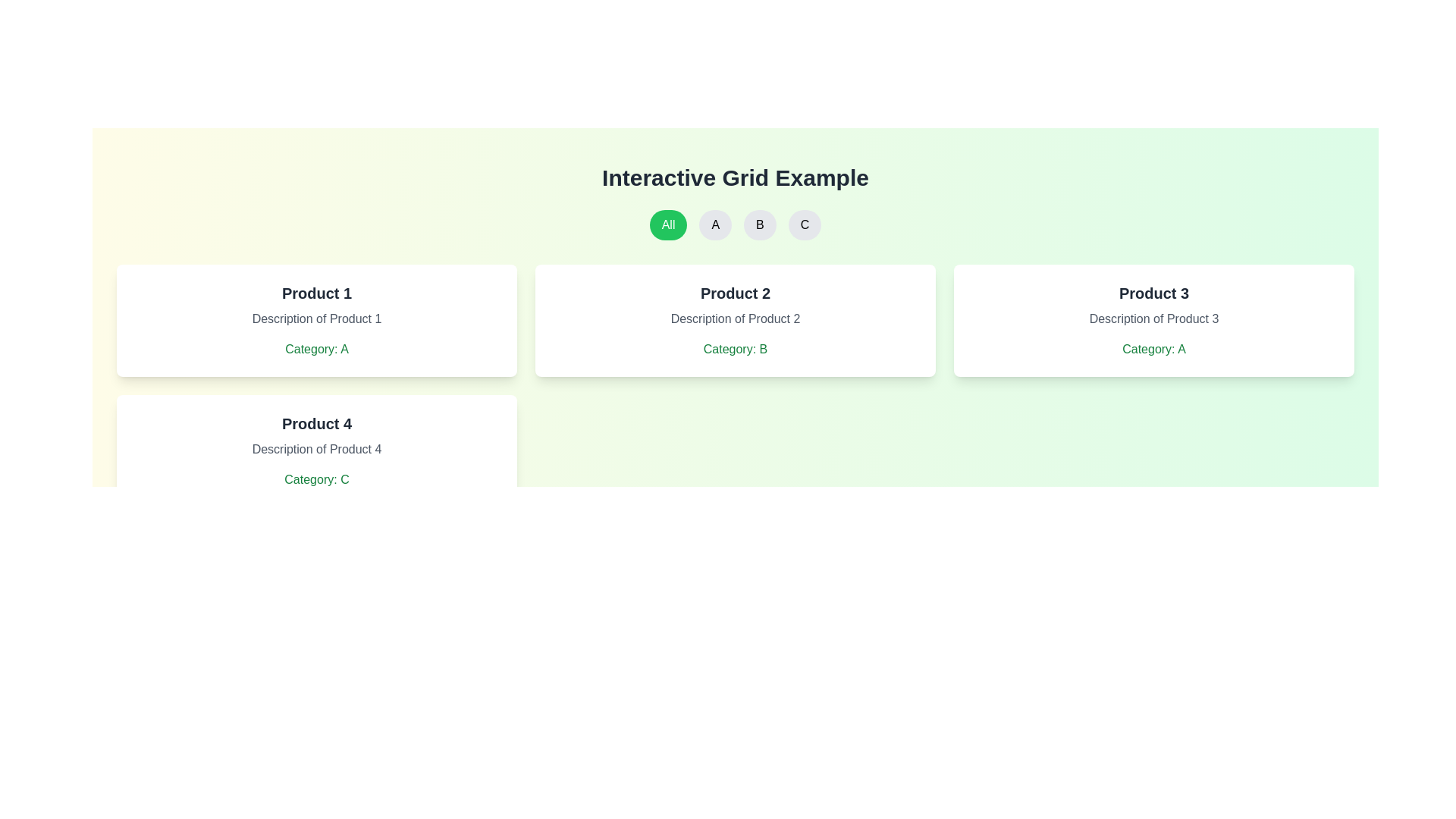 This screenshot has height=819, width=1456. Describe the element at coordinates (315, 320) in the screenshot. I see `the first card in the grid layout, which has a white background, rounded corners, and contains the title 'Product 1'` at that location.